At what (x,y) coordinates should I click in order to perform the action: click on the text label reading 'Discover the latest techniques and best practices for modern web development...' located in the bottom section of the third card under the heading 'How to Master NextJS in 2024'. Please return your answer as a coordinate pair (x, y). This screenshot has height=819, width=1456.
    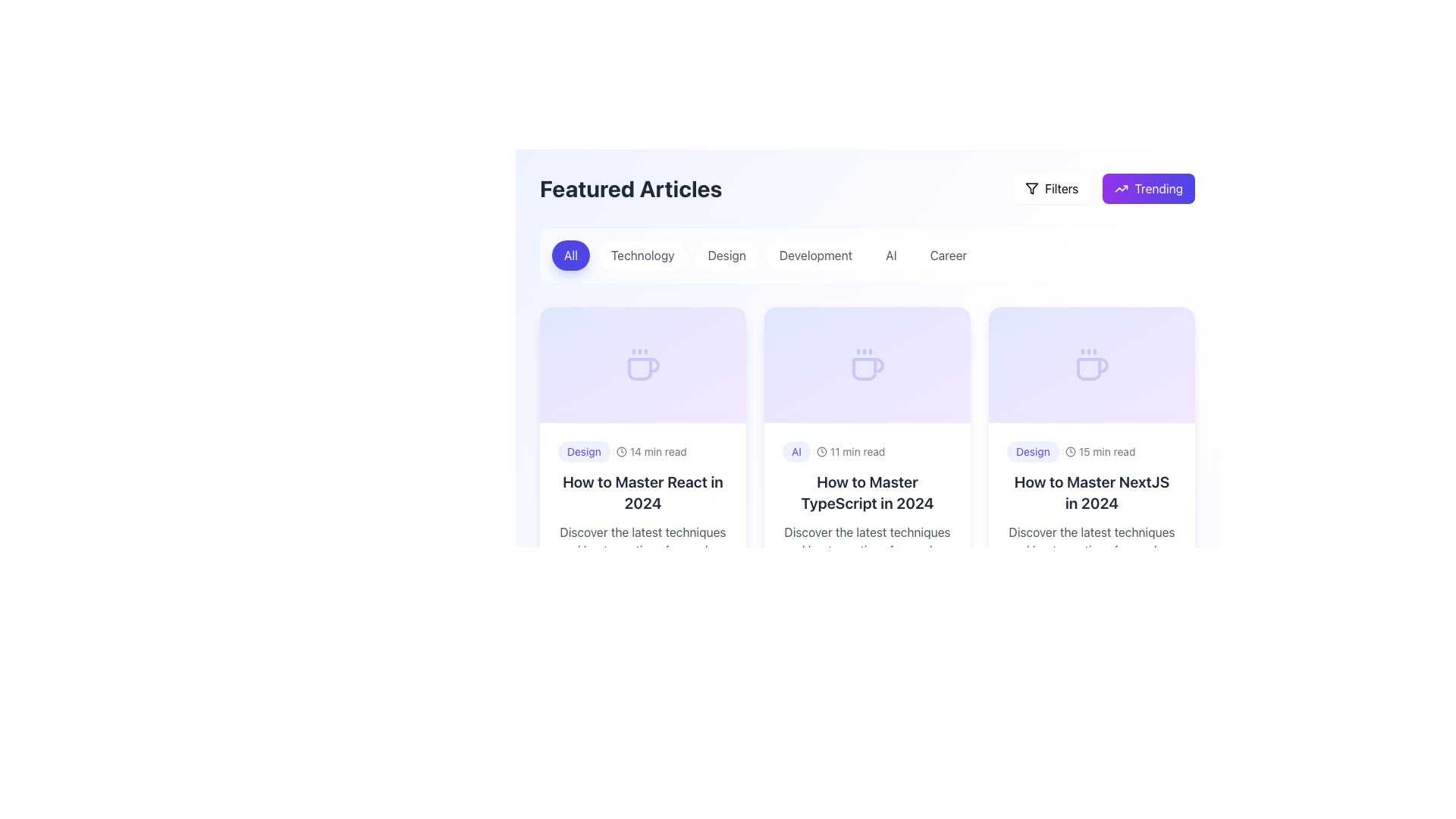
    Looking at the image, I should click on (1092, 540).